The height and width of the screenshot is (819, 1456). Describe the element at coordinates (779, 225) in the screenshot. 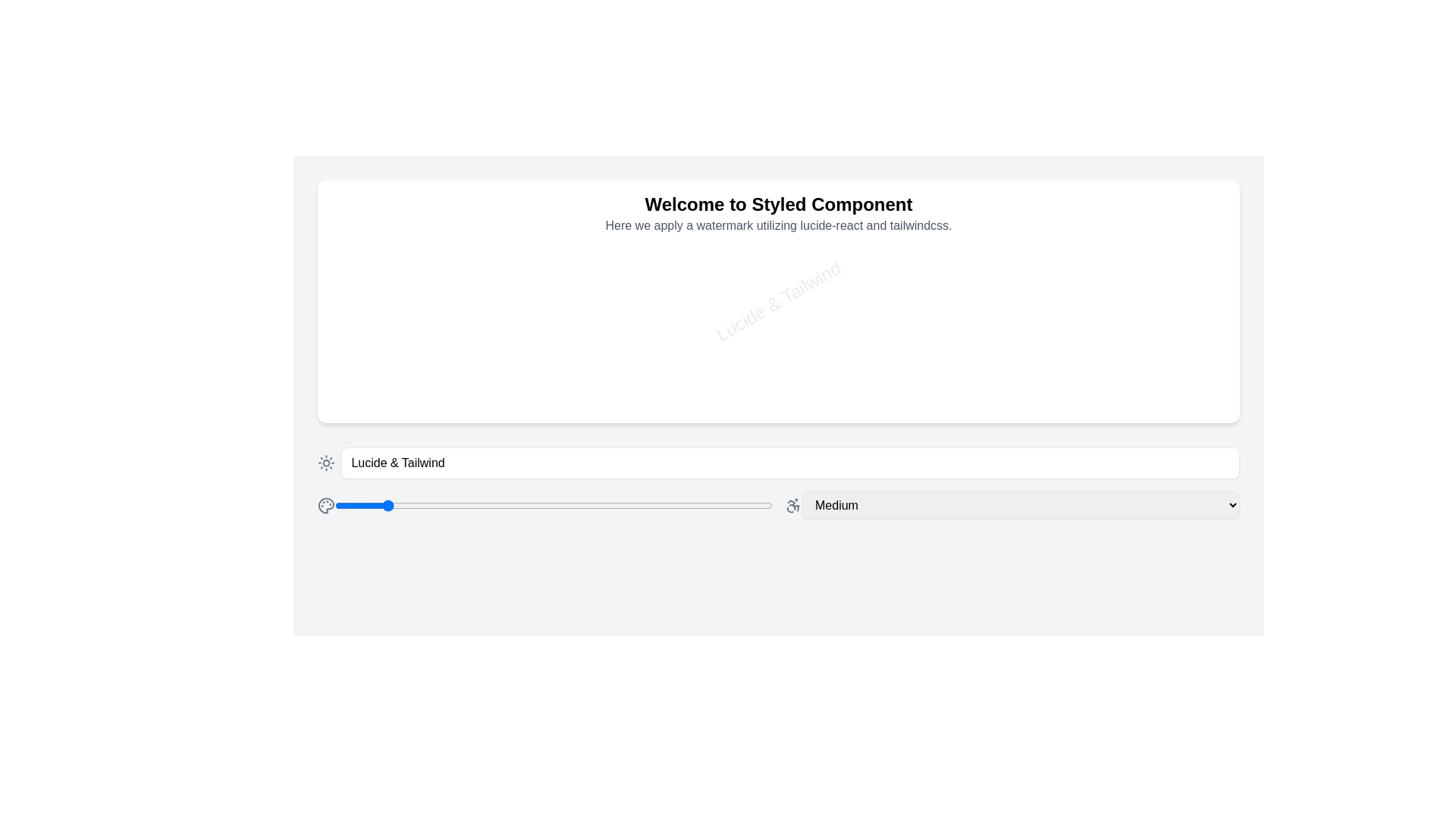

I see `the static text element that provides additional information related to the header 'Welcome to Styled Component.'` at that location.